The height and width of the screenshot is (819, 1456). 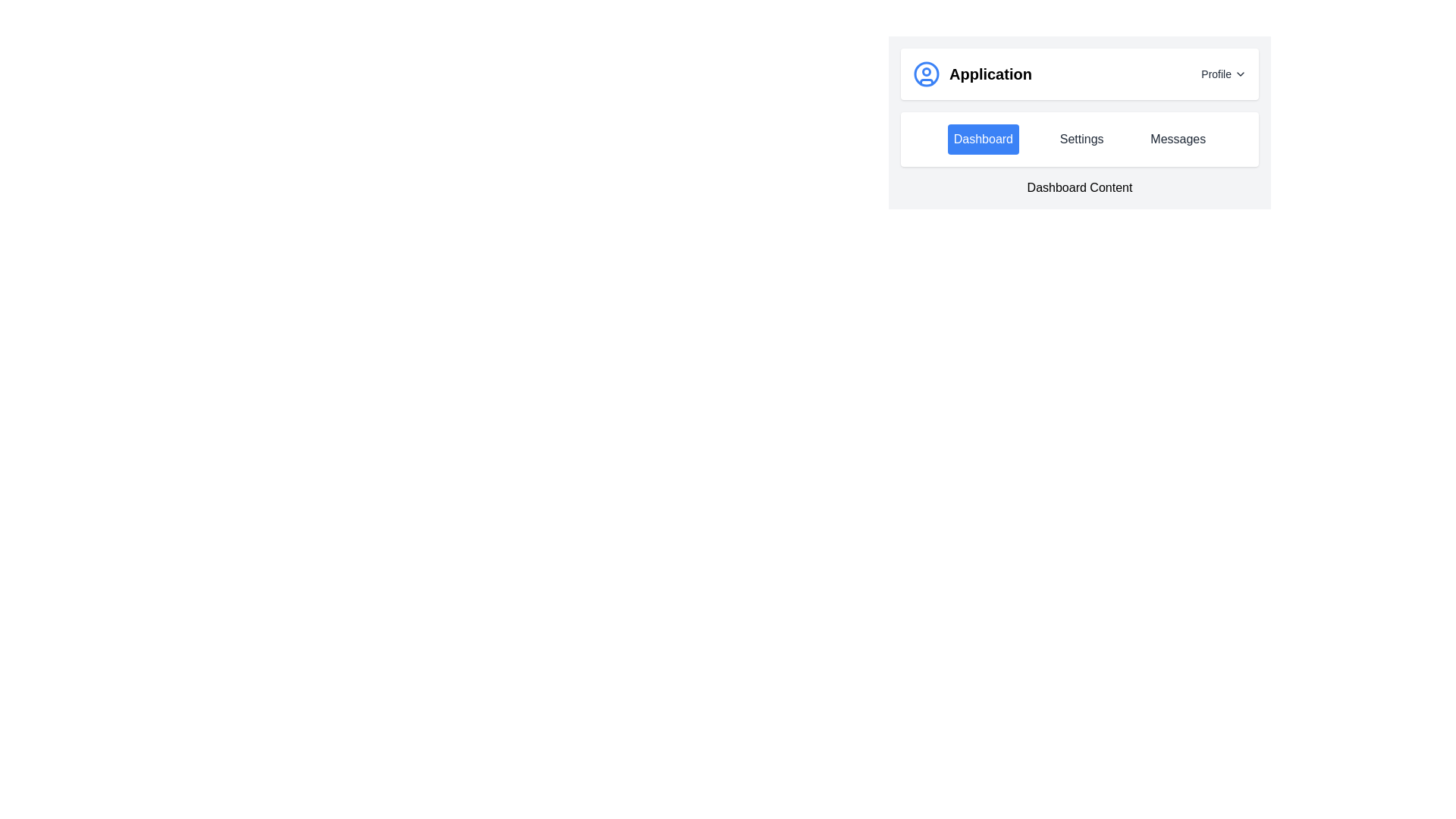 What do you see at coordinates (1224, 74) in the screenshot?
I see `the dropdown button in the top-right corner of the header section` at bounding box center [1224, 74].